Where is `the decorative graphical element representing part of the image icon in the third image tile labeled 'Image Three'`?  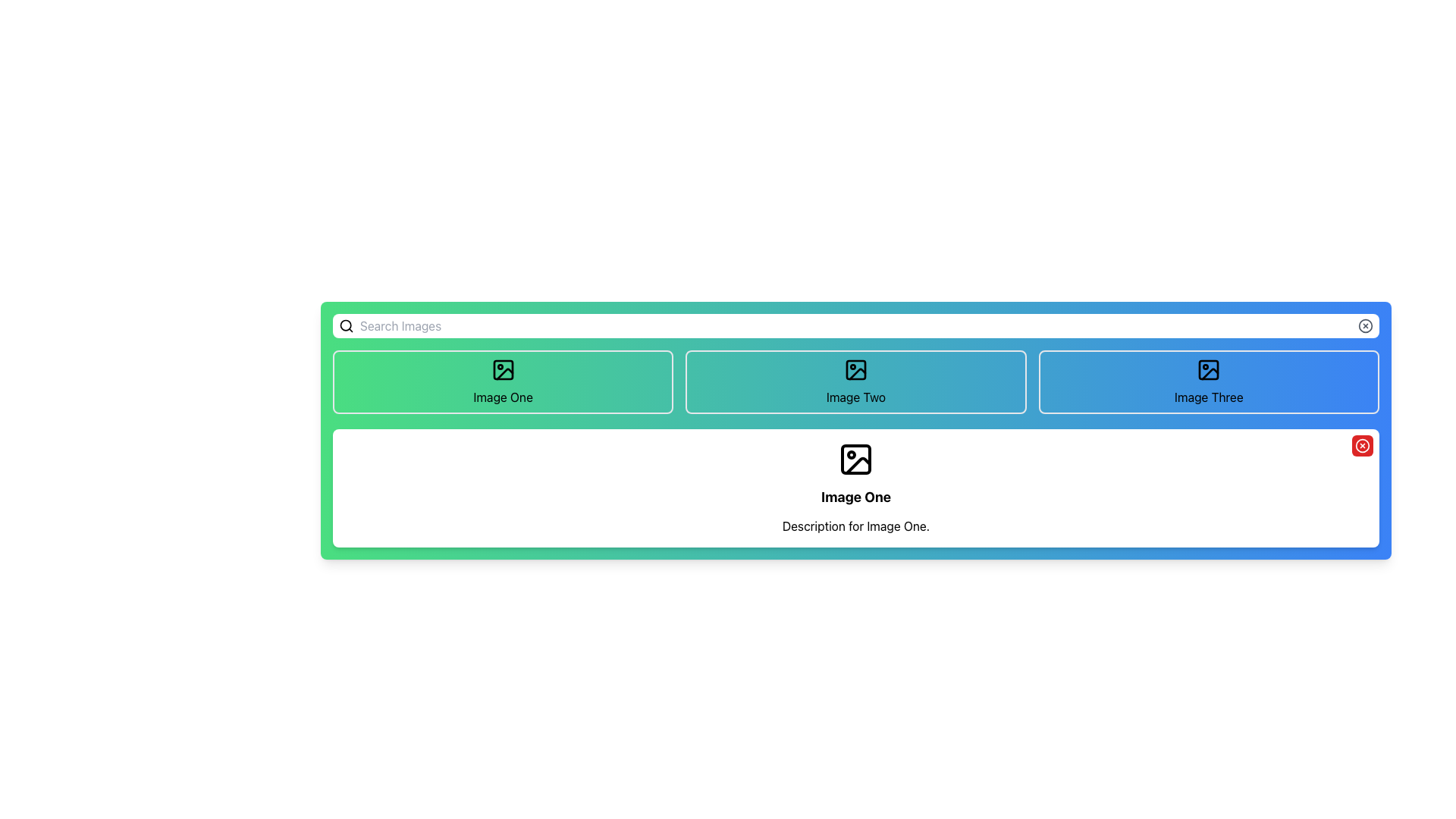 the decorative graphical element representing part of the image icon in the third image tile labeled 'Image Three' is located at coordinates (1208, 370).